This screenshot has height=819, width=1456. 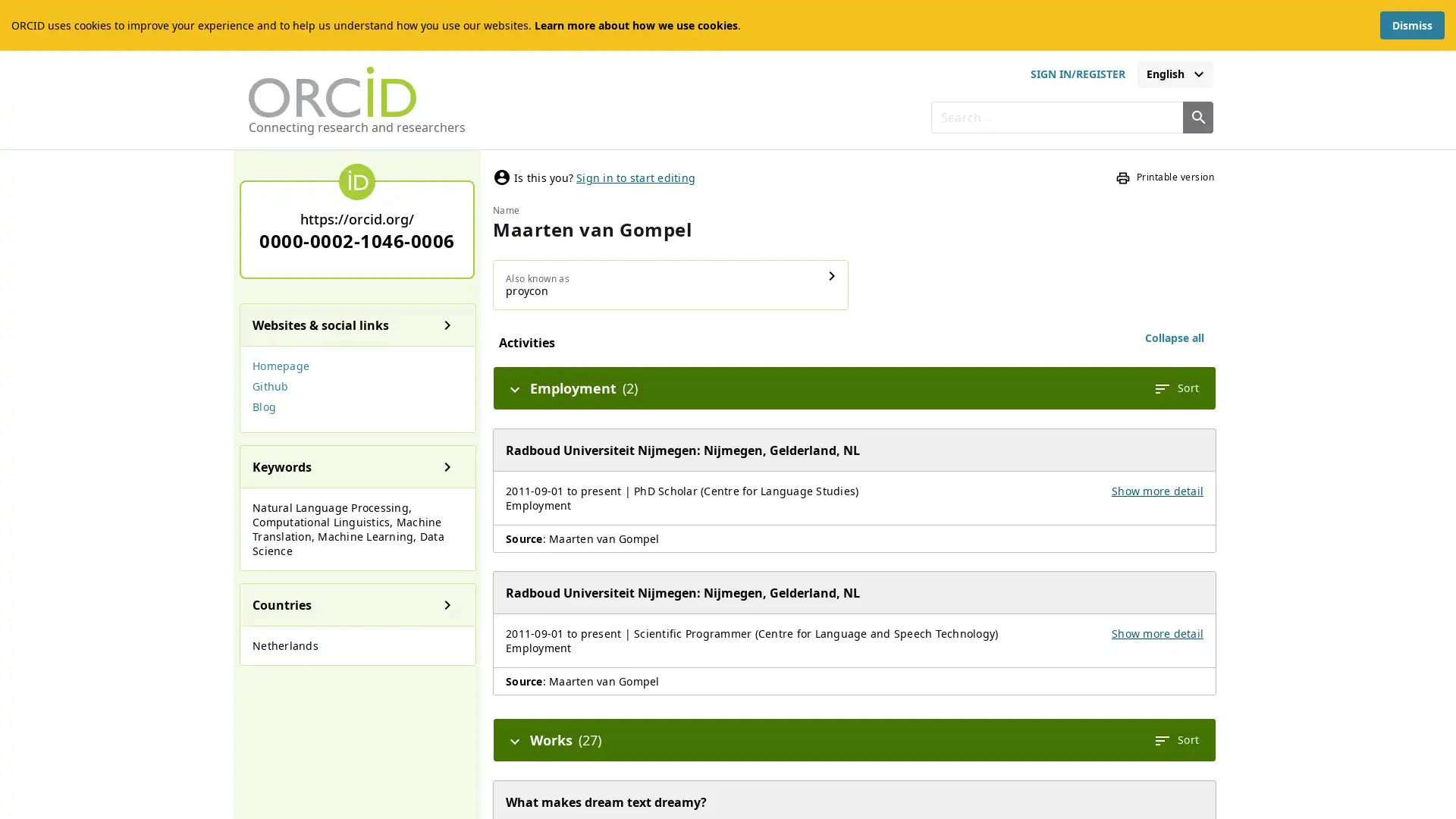 What do you see at coordinates (514, 739) in the screenshot?
I see `Hide details` at bounding box center [514, 739].